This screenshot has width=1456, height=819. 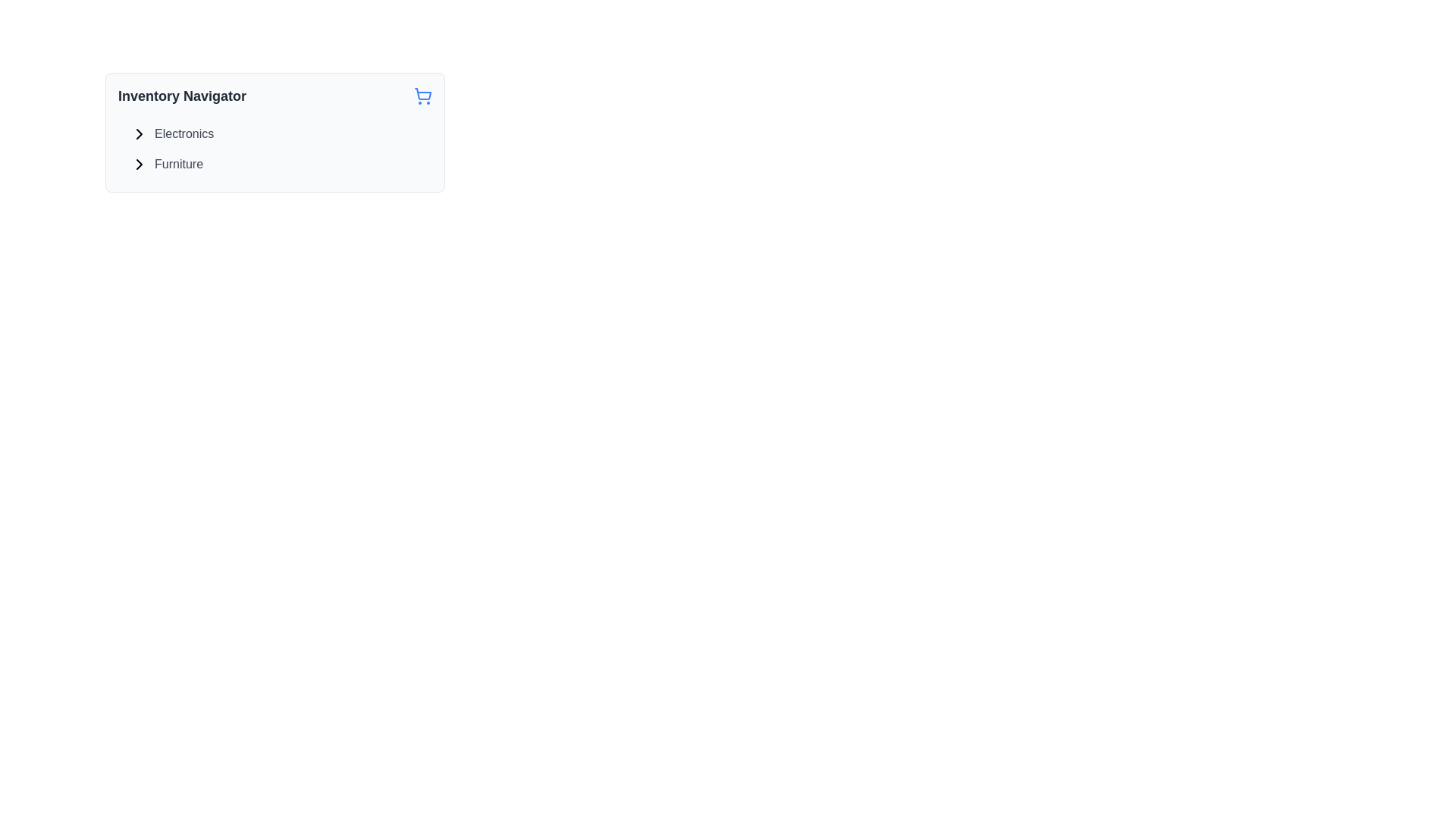 What do you see at coordinates (422, 96) in the screenshot?
I see `the shopping cart icon located in the top-right corner of the 'Inventory Navigator' section, aligned with the title text 'Inventory Navigator'` at bounding box center [422, 96].